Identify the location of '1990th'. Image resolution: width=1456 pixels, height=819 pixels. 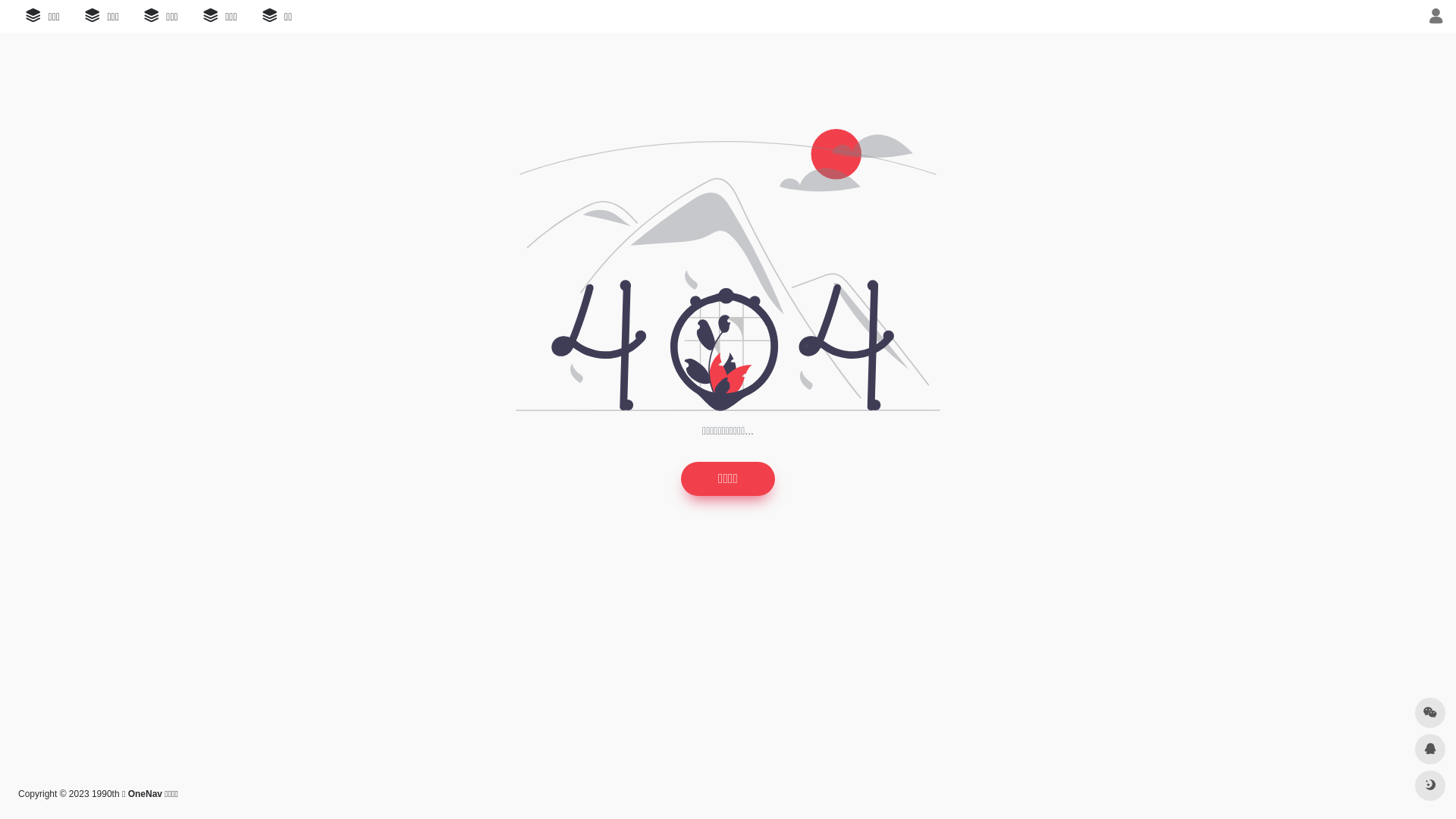
(105, 792).